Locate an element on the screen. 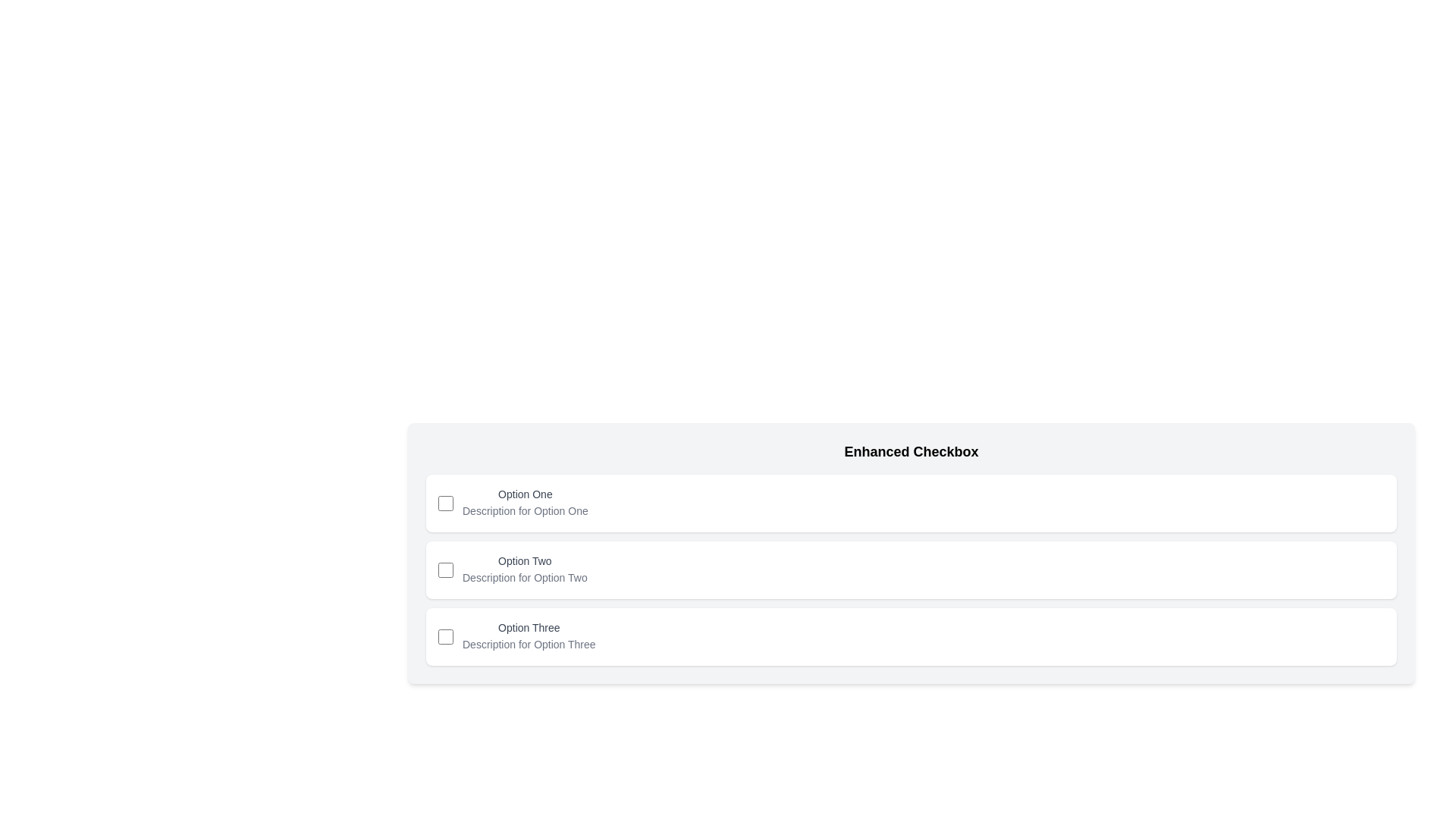  the unmarked checkbox located in the lower section of the third card in a vertical list of three cards is located at coordinates (445, 637).